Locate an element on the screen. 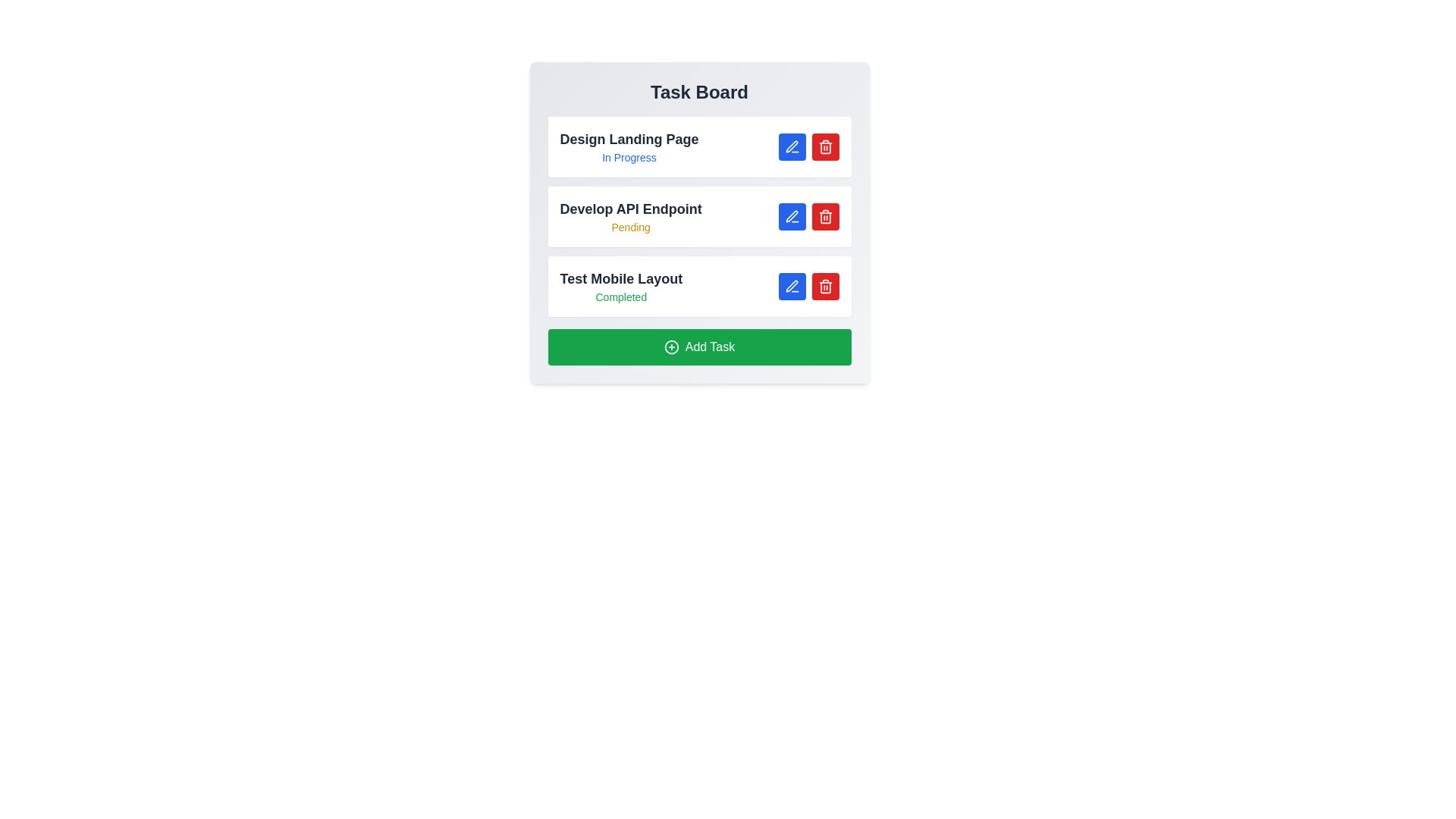 Image resolution: width=1456 pixels, height=819 pixels. the edit button next to the task with the name Design Landing Page is located at coordinates (791, 146).